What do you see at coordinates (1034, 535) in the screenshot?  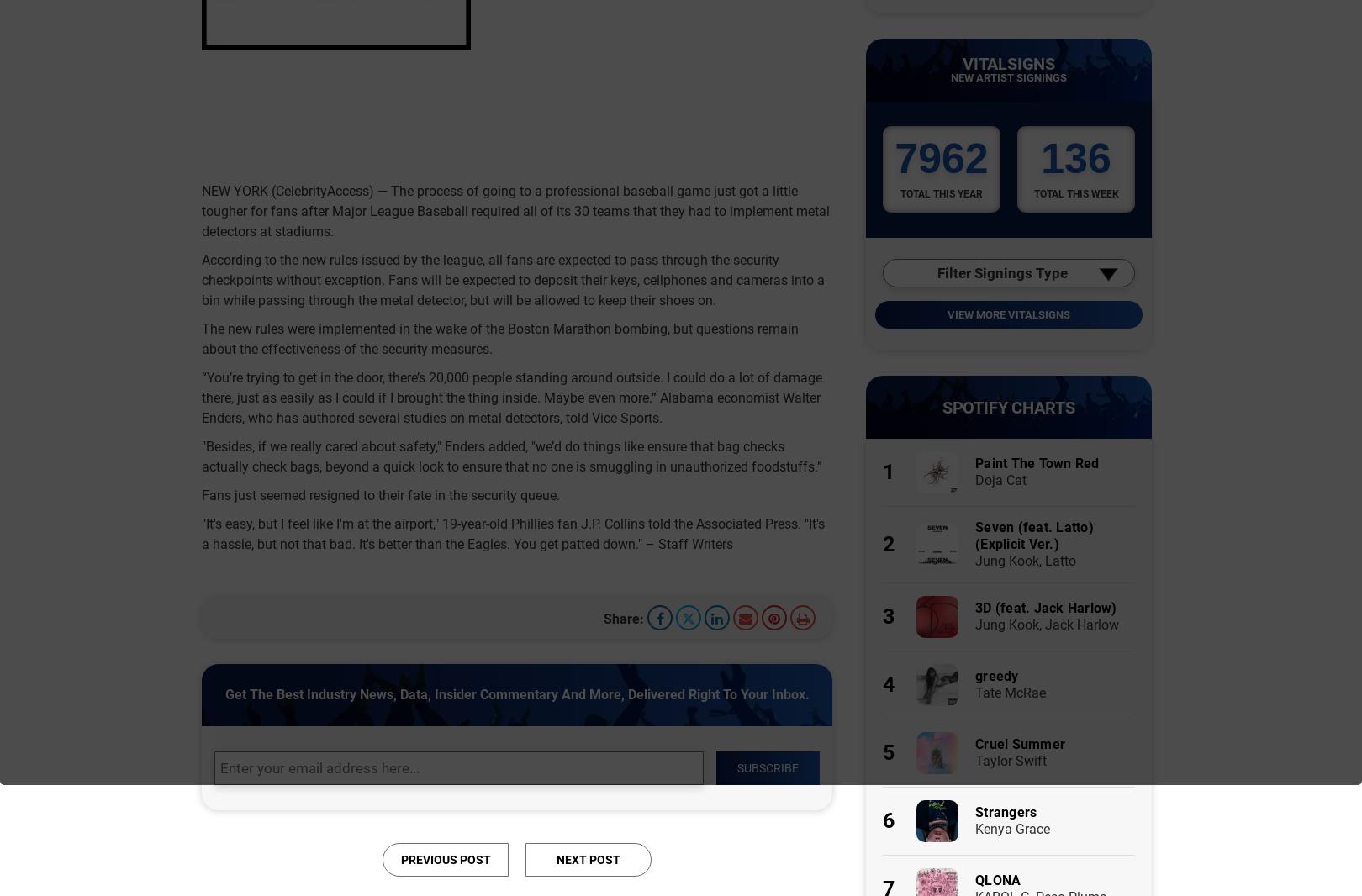 I see `'Seven (feat. Latto) (Explicit Ver.)'` at bounding box center [1034, 535].